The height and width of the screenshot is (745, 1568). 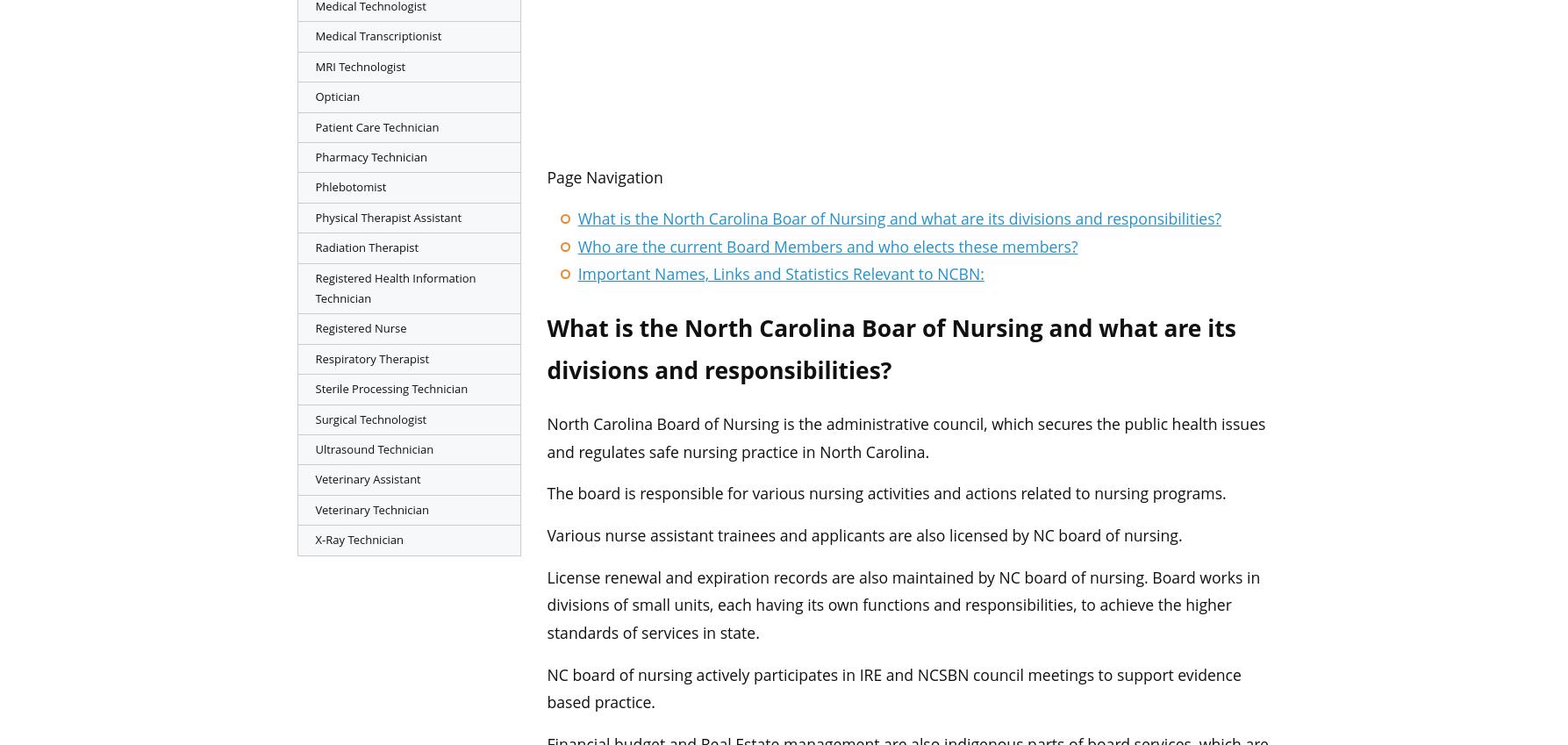 I want to click on 'Radiation Therapist', so click(x=366, y=247).